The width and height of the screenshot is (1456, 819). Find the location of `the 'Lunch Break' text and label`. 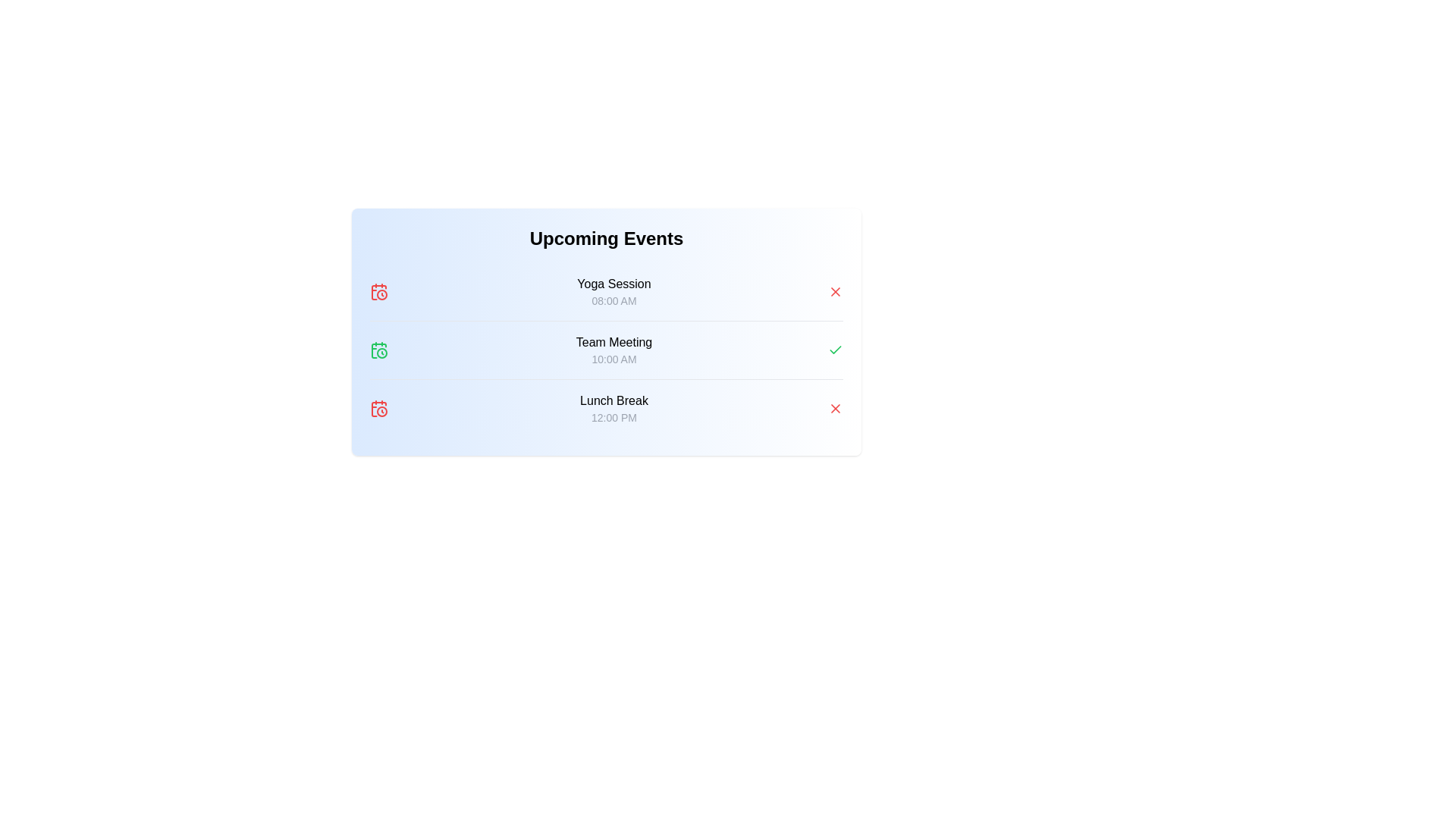

the 'Lunch Break' text and label is located at coordinates (614, 408).